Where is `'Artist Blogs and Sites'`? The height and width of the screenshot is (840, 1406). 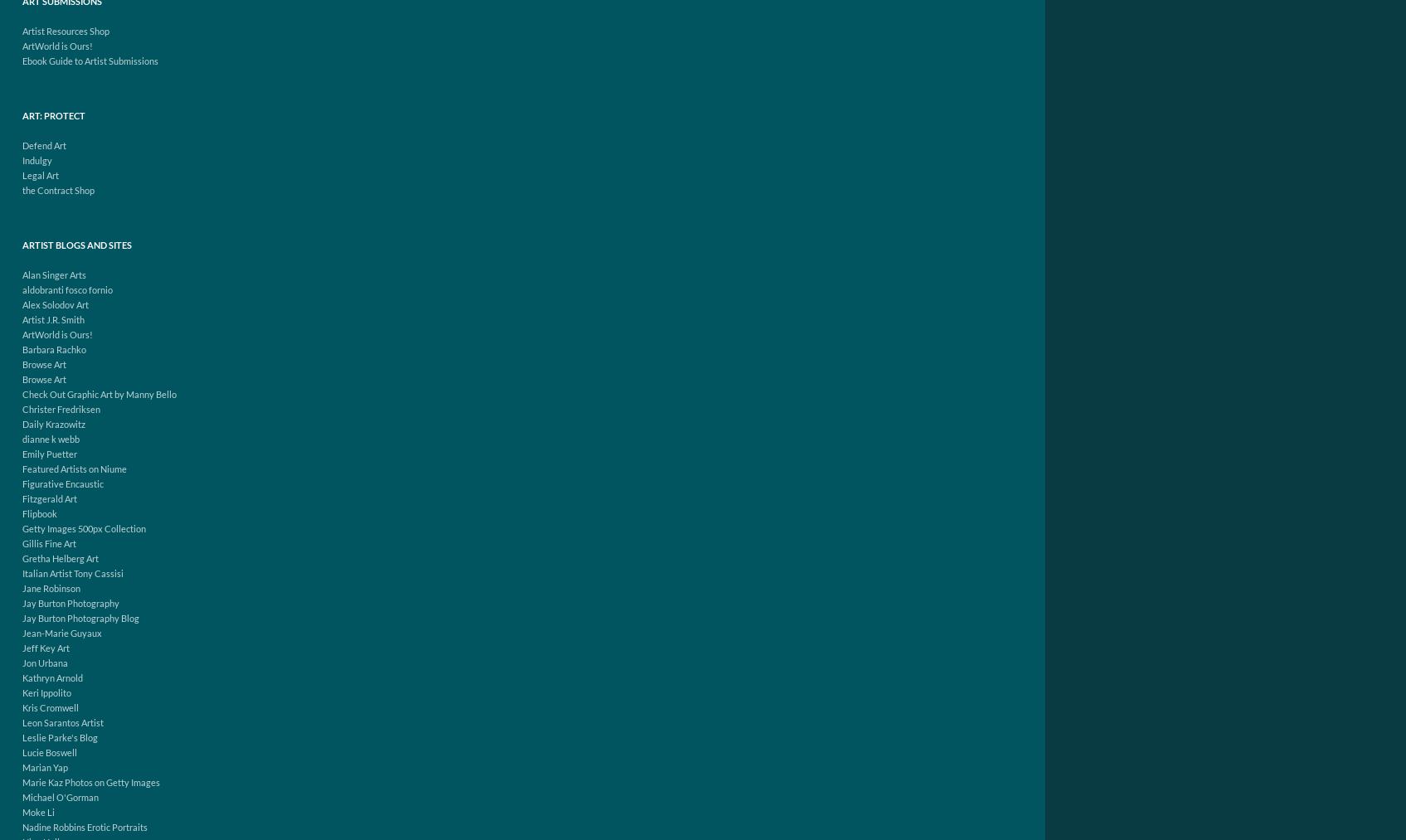 'Artist Blogs and Sites' is located at coordinates (76, 244).